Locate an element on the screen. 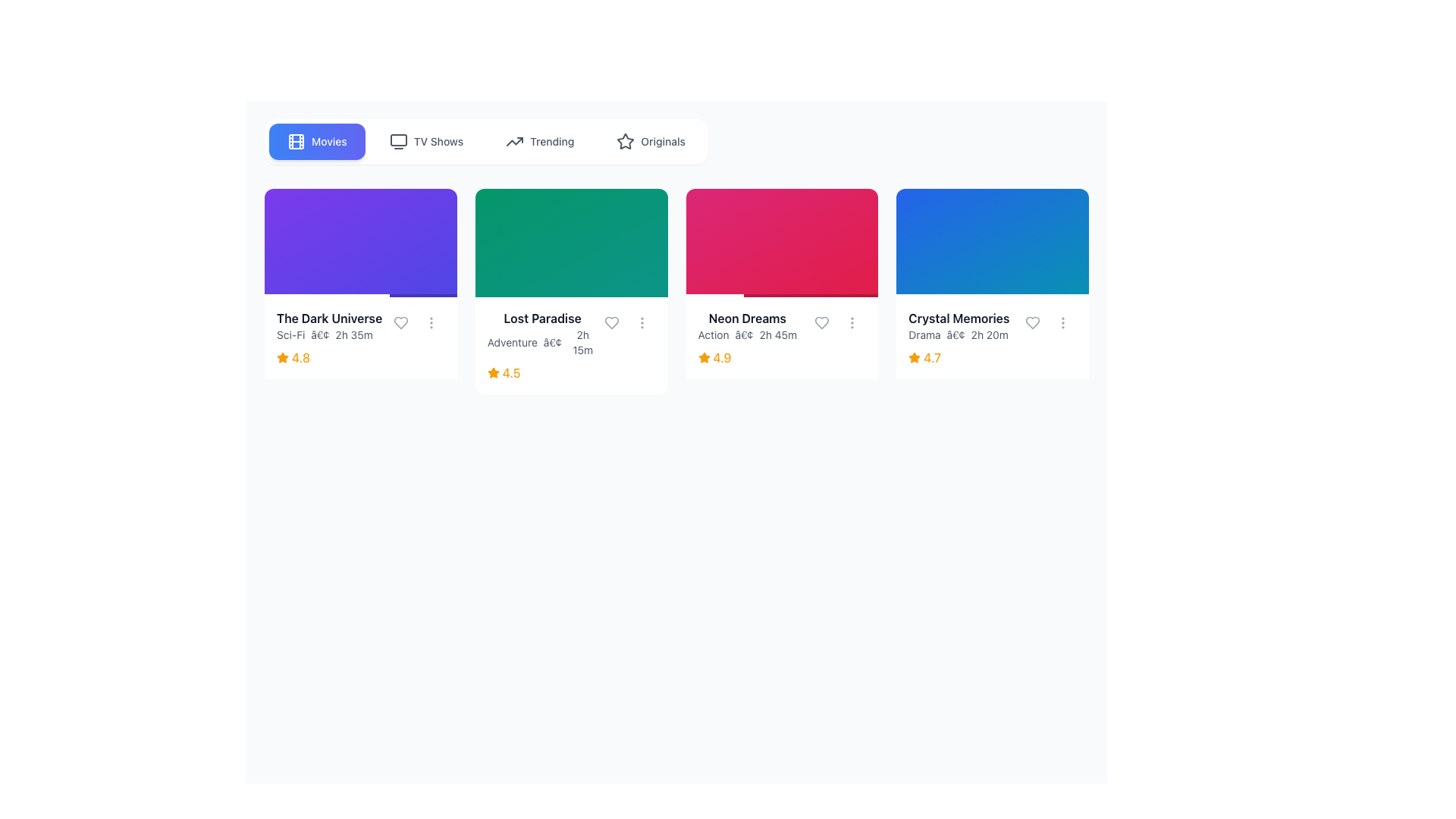  the visual separator element located between the label 'Adventure' and the duration '2h 15m' in the second card of the horizontally arranged movie cards is located at coordinates (551, 342).